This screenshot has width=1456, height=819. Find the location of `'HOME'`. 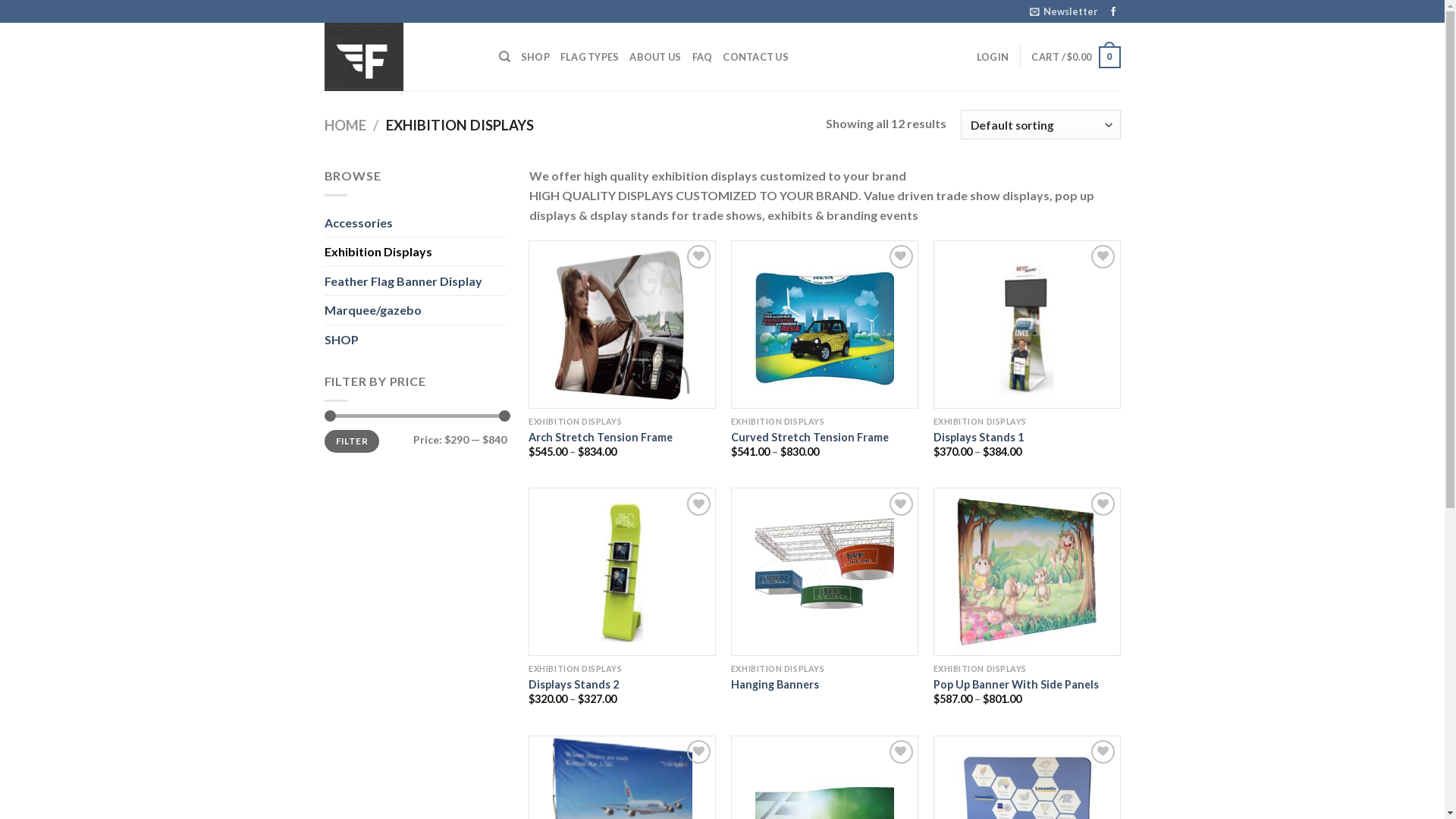

'HOME' is located at coordinates (323, 124).